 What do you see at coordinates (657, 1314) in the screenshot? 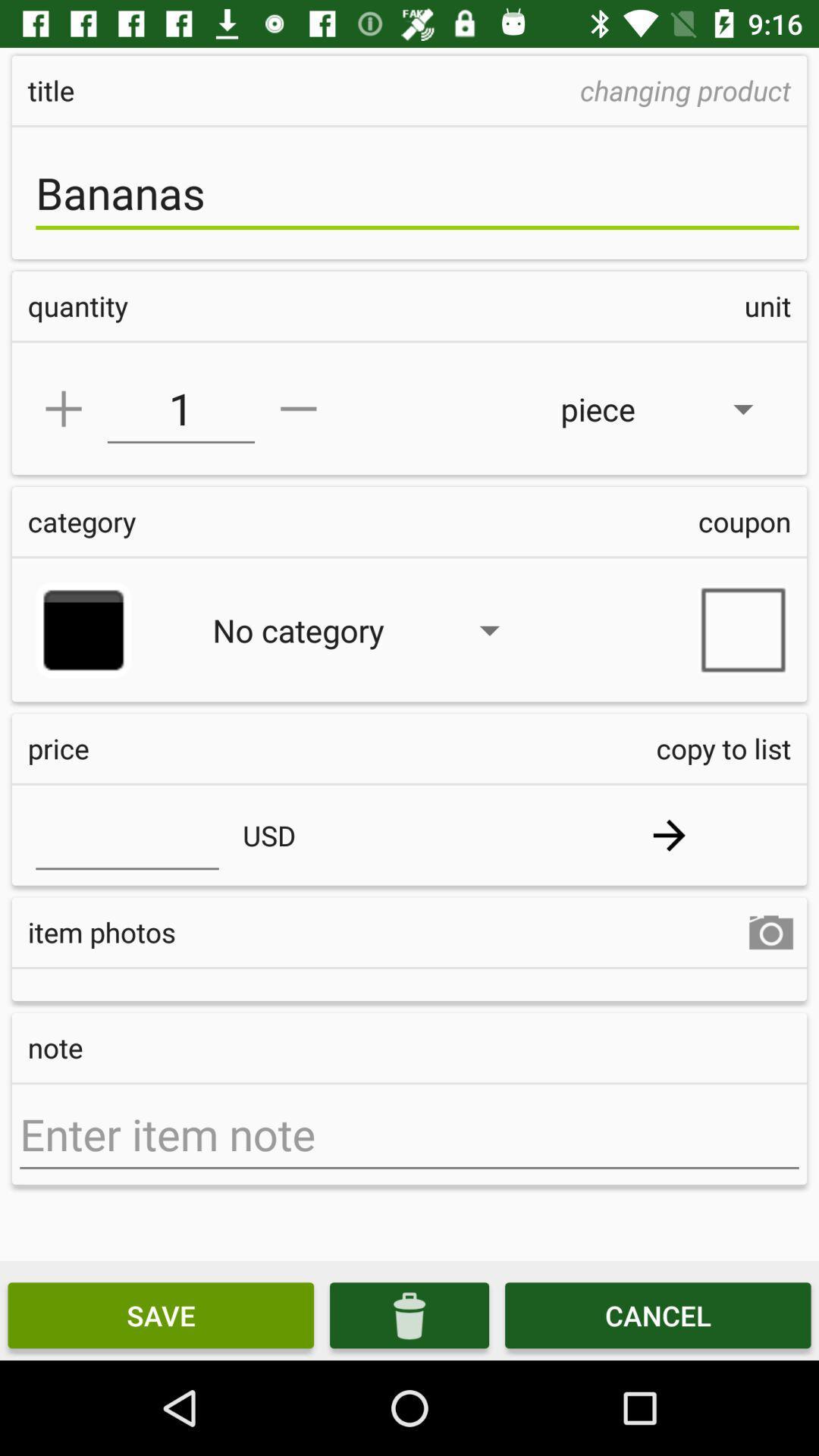
I see `item at the bottom right corner` at bounding box center [657, 1314].